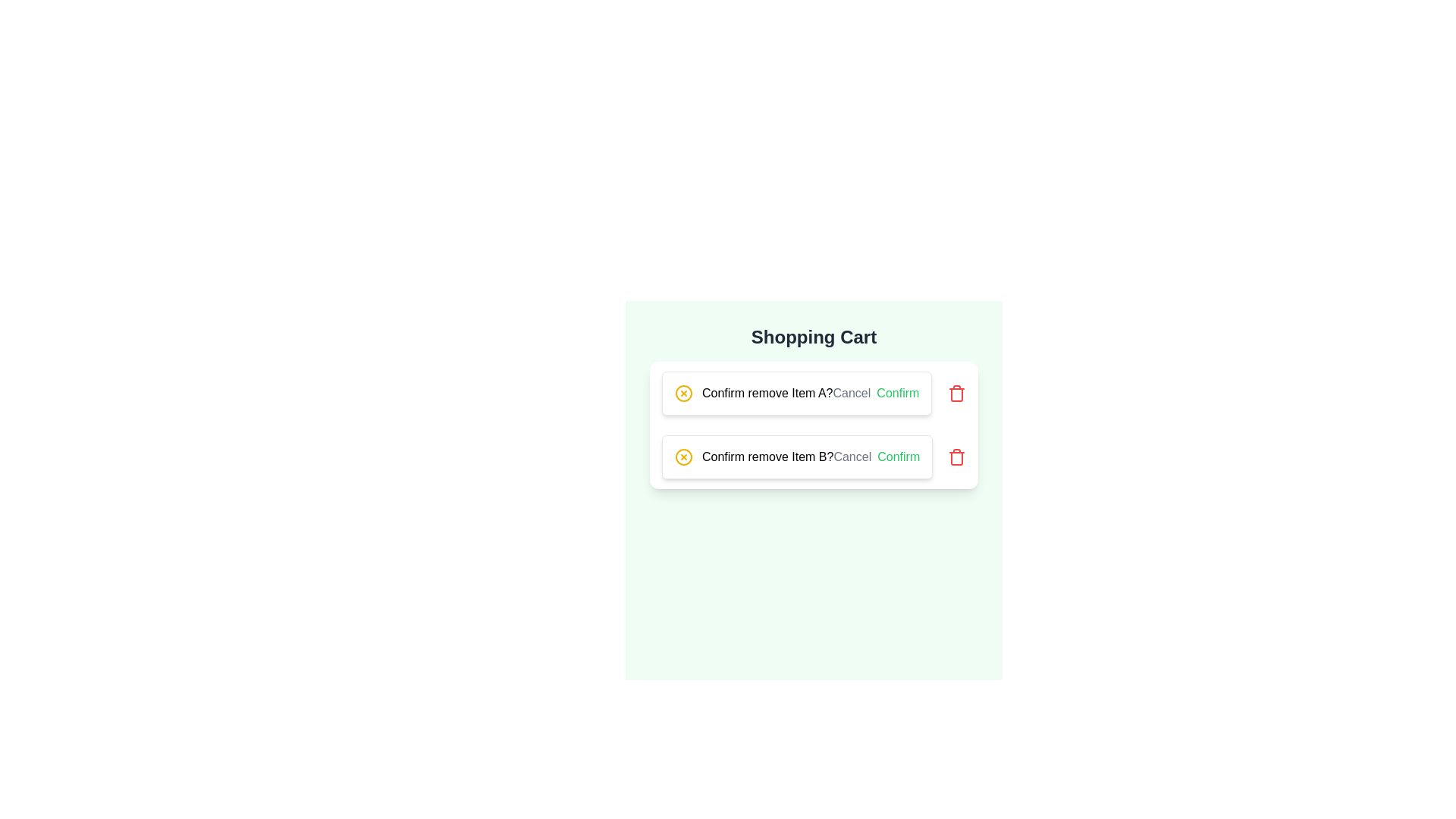 The width and height of the screenshot is (1456, 819). Describe the element at coordinates (683, 393) in the screenshot. I see `the warning icon with a yellow border and red cross` at that location.